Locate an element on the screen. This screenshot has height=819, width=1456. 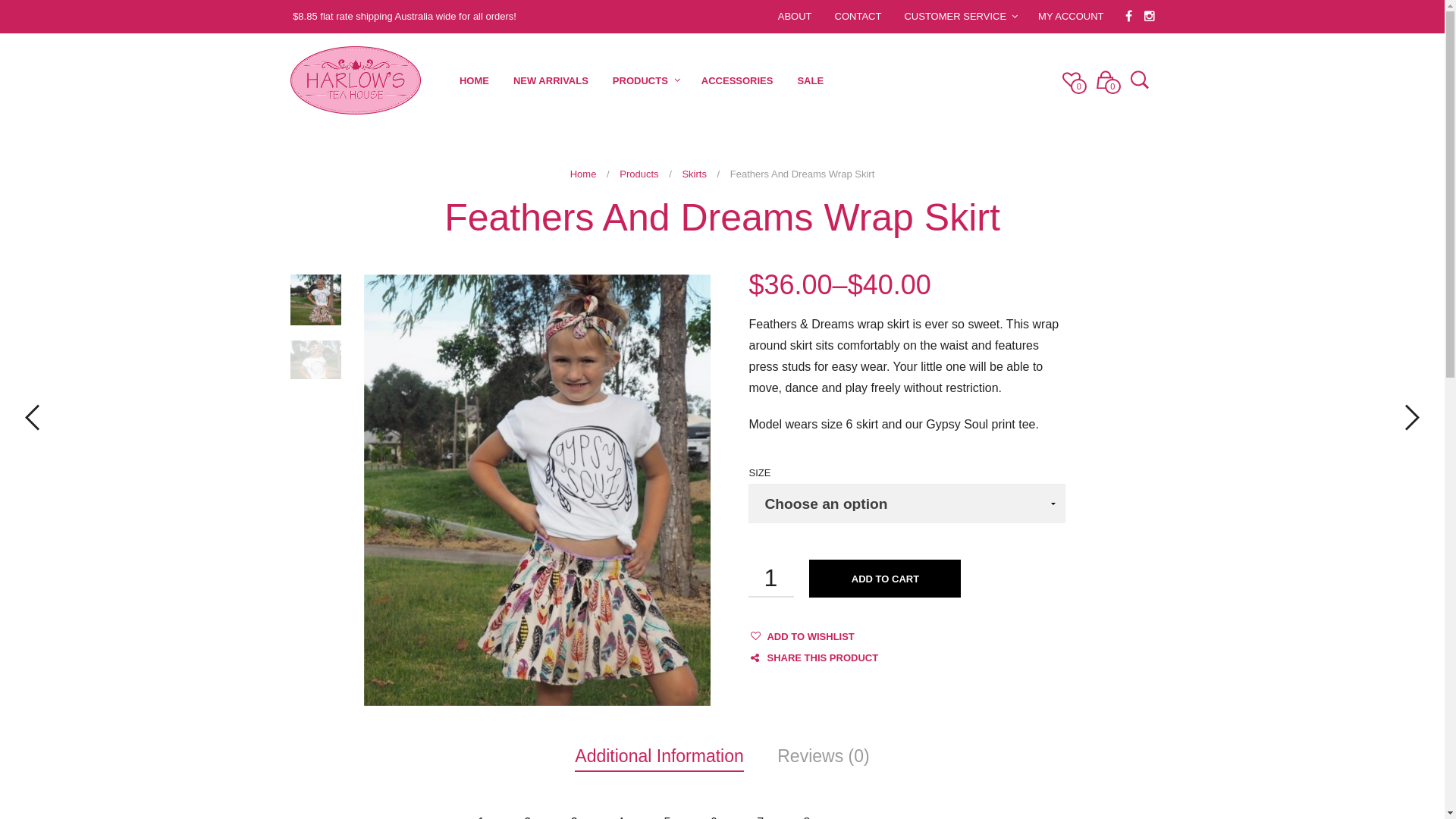
'Additional Information' is located at coordinates (658, 755).